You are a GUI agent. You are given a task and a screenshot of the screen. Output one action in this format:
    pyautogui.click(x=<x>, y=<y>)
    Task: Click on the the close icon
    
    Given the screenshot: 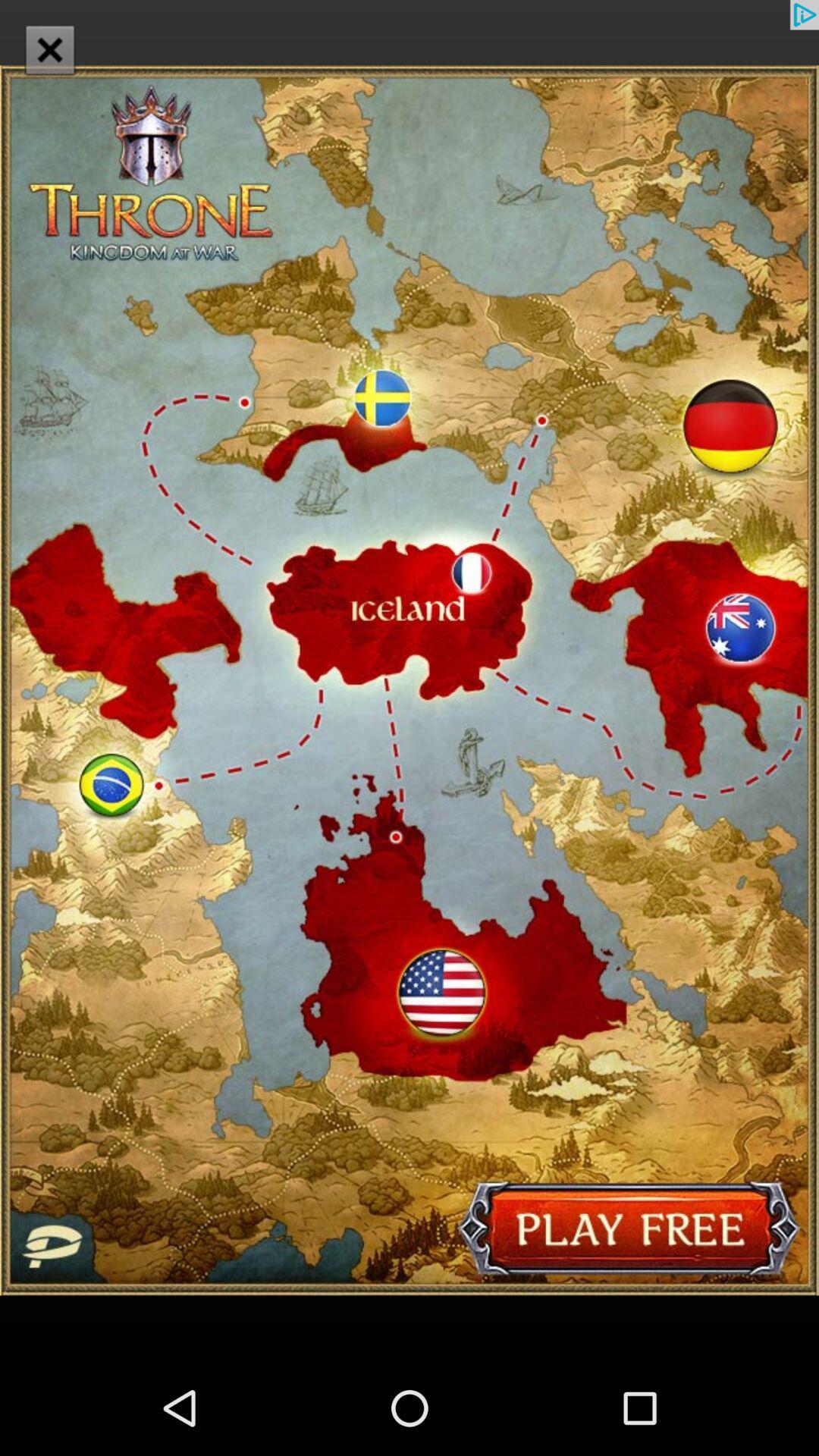 What is the action you would take?
    pyautogui.click(x=49, y=53)
    